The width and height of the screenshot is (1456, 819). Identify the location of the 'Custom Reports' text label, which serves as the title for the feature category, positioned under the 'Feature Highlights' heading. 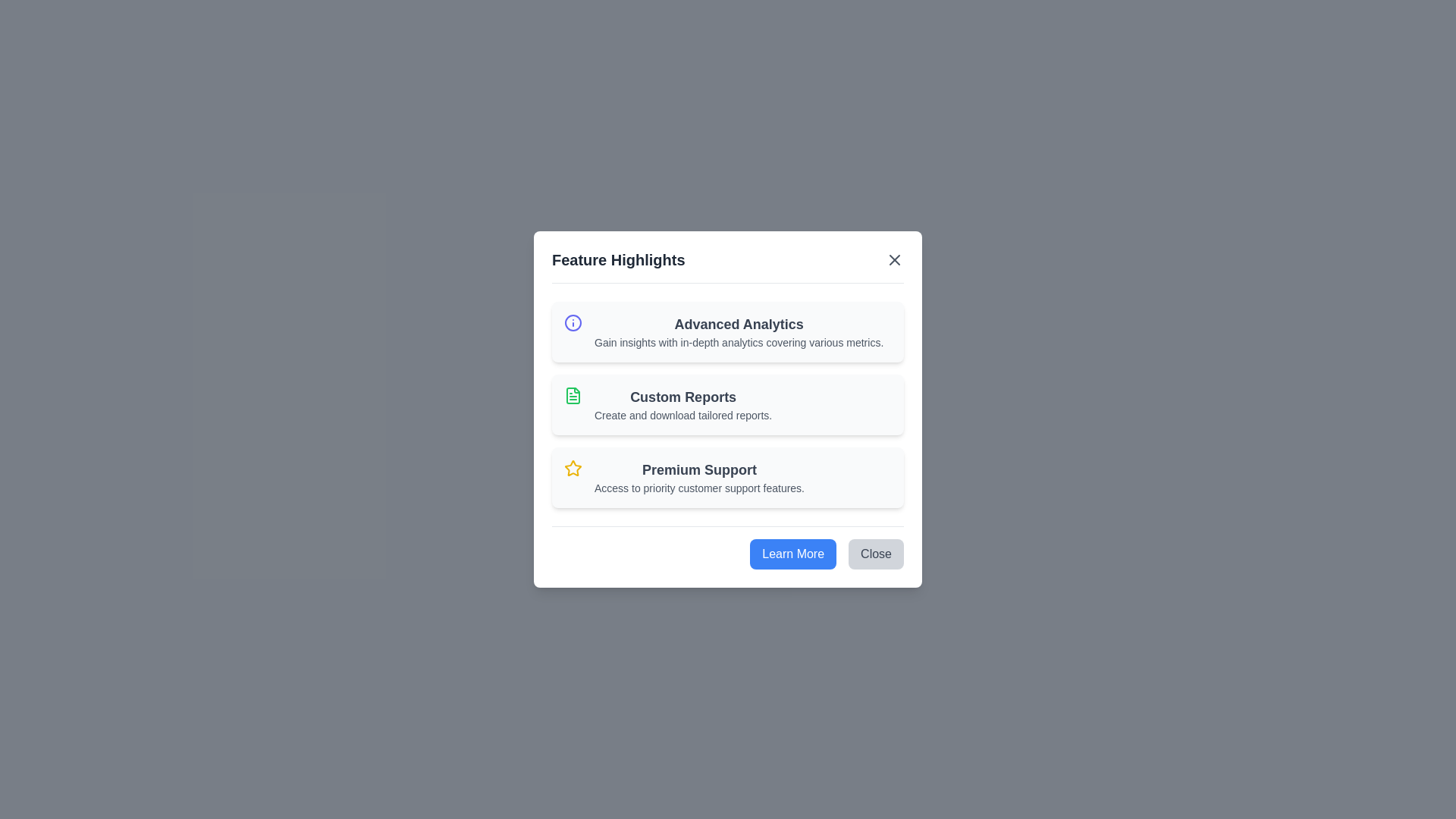
(682, 397).